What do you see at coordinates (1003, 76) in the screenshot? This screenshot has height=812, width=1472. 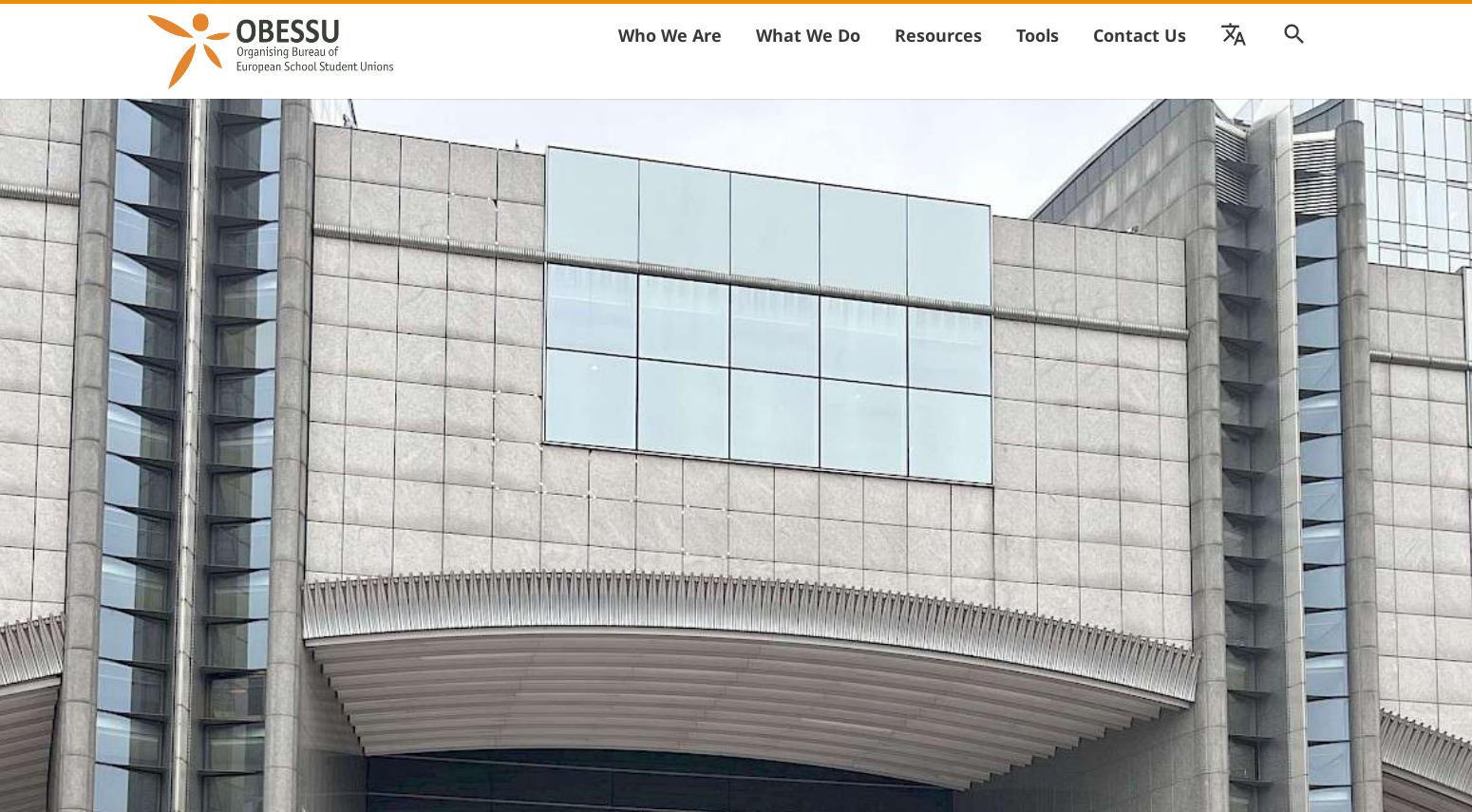 I see `'.org'` at bounding box center [1003, 76].